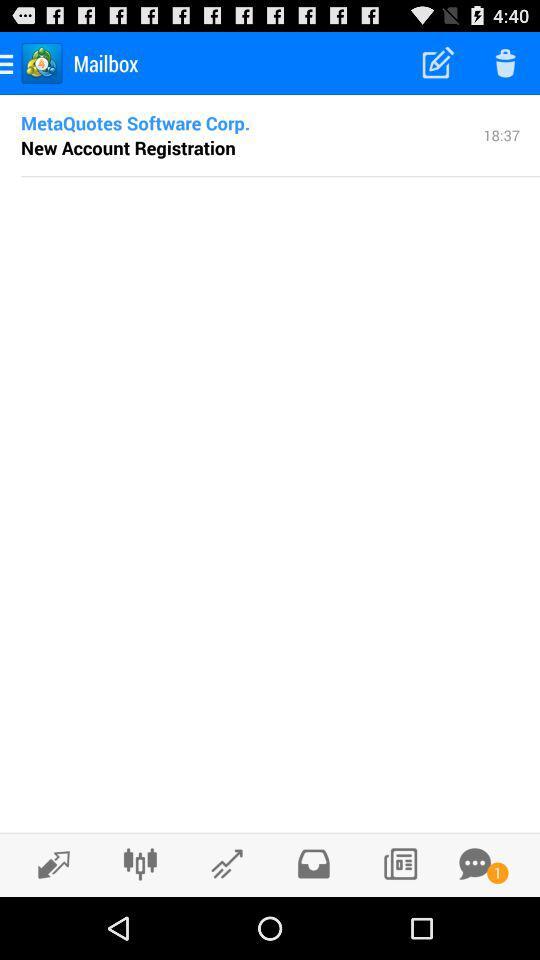 The height and width of the screenshot is (960, 540). Describe the element at coordinates (135, 121) in the screenshot. I see `metaquotes software corp.` at that location.